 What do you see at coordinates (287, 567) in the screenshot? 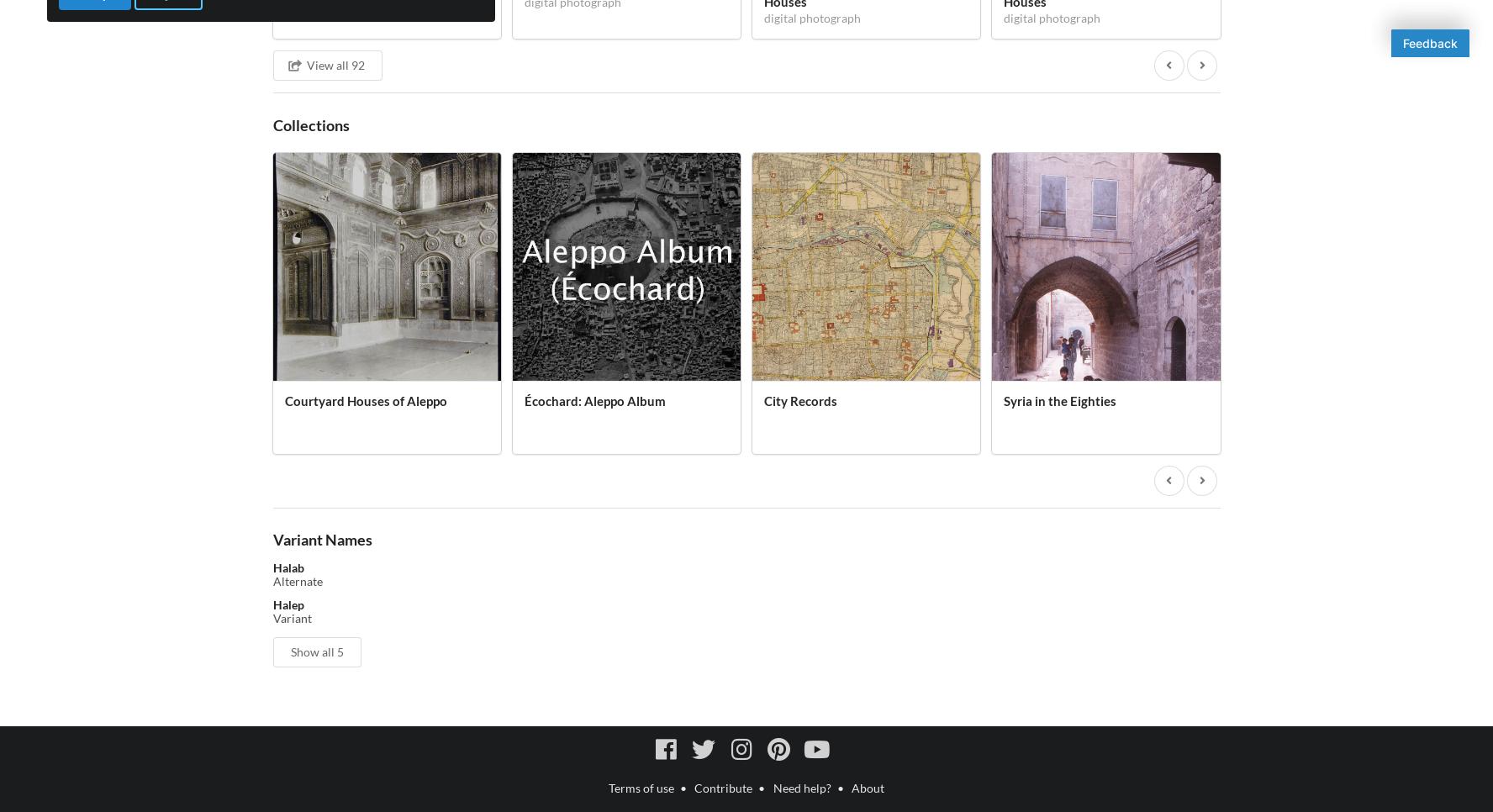
I see `'Halab'` at bounding box center [287, 567].